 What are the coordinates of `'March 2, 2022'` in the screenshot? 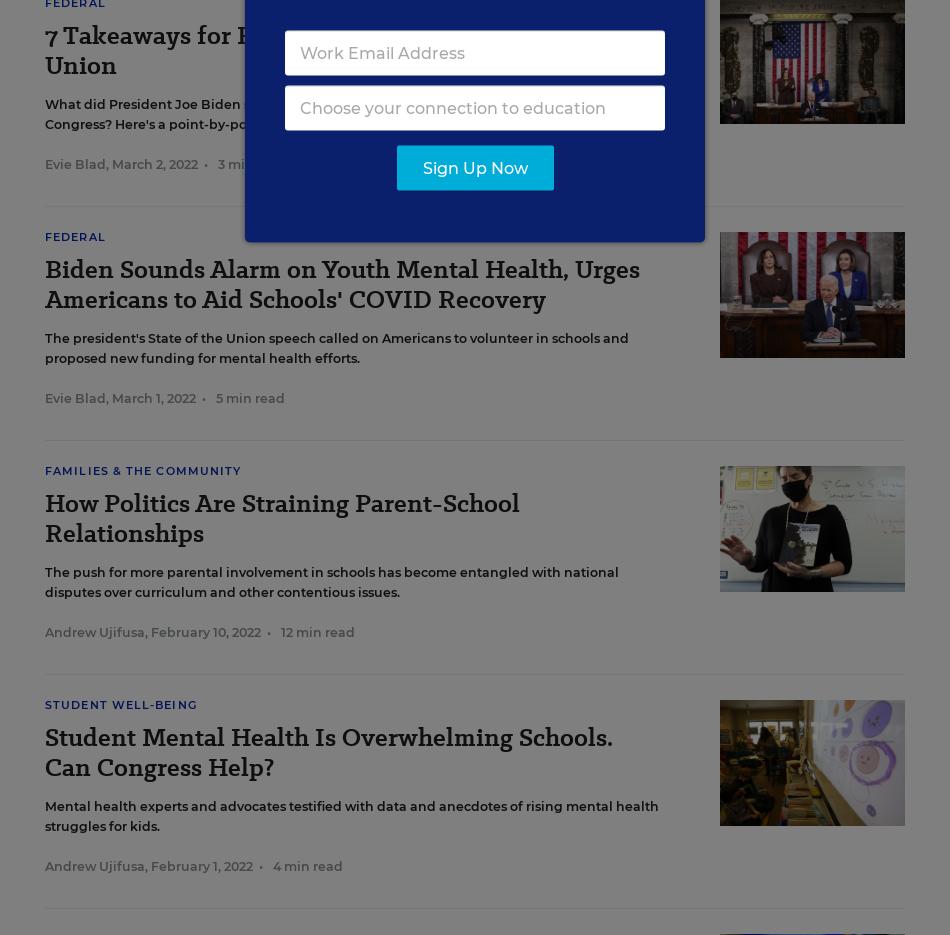 It's located at (155, 164).